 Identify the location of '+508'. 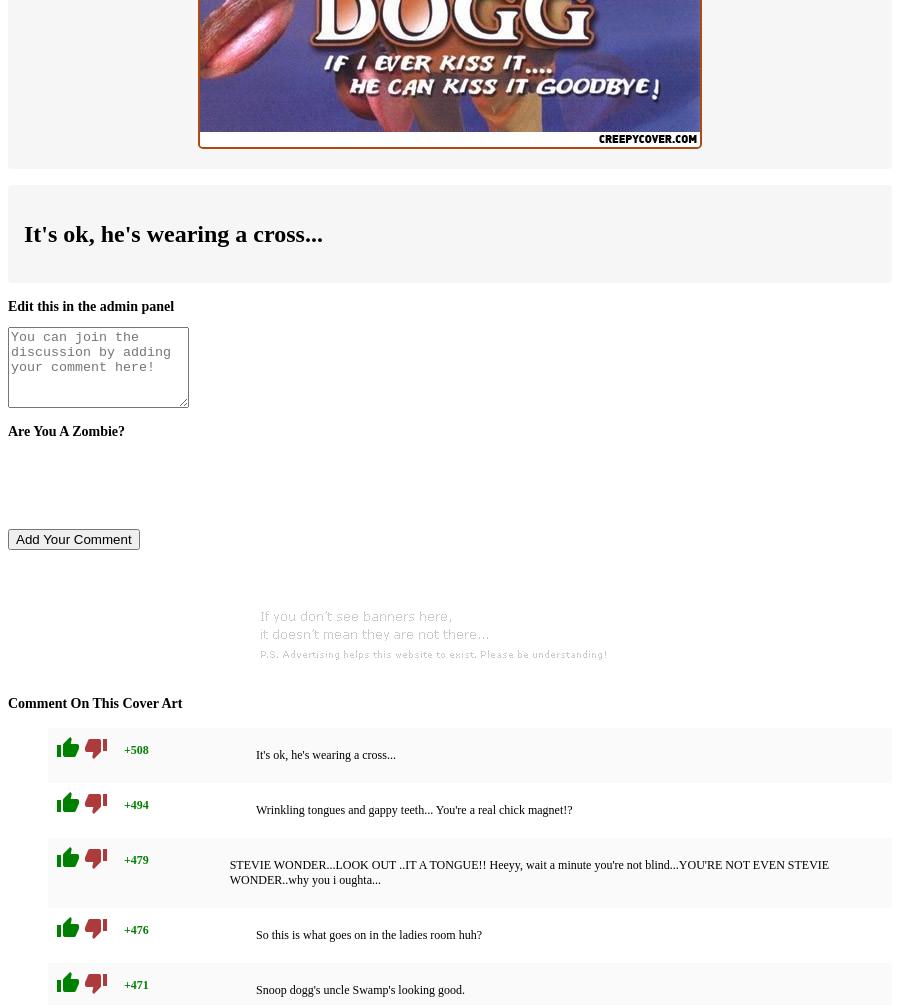
(135, 749).